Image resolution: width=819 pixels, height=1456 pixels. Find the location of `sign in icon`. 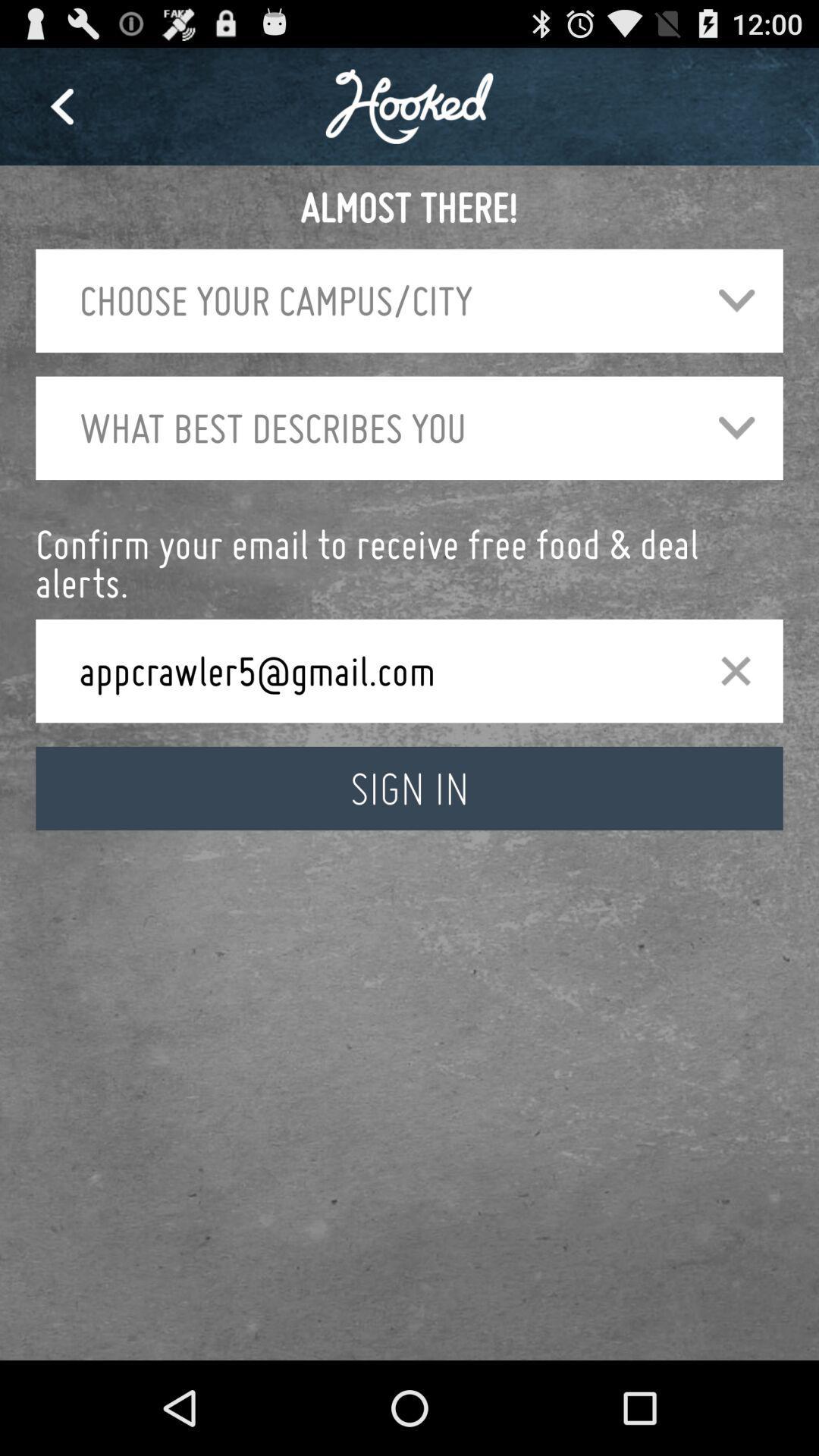

sign in icon is located at coordinates (409, 788).